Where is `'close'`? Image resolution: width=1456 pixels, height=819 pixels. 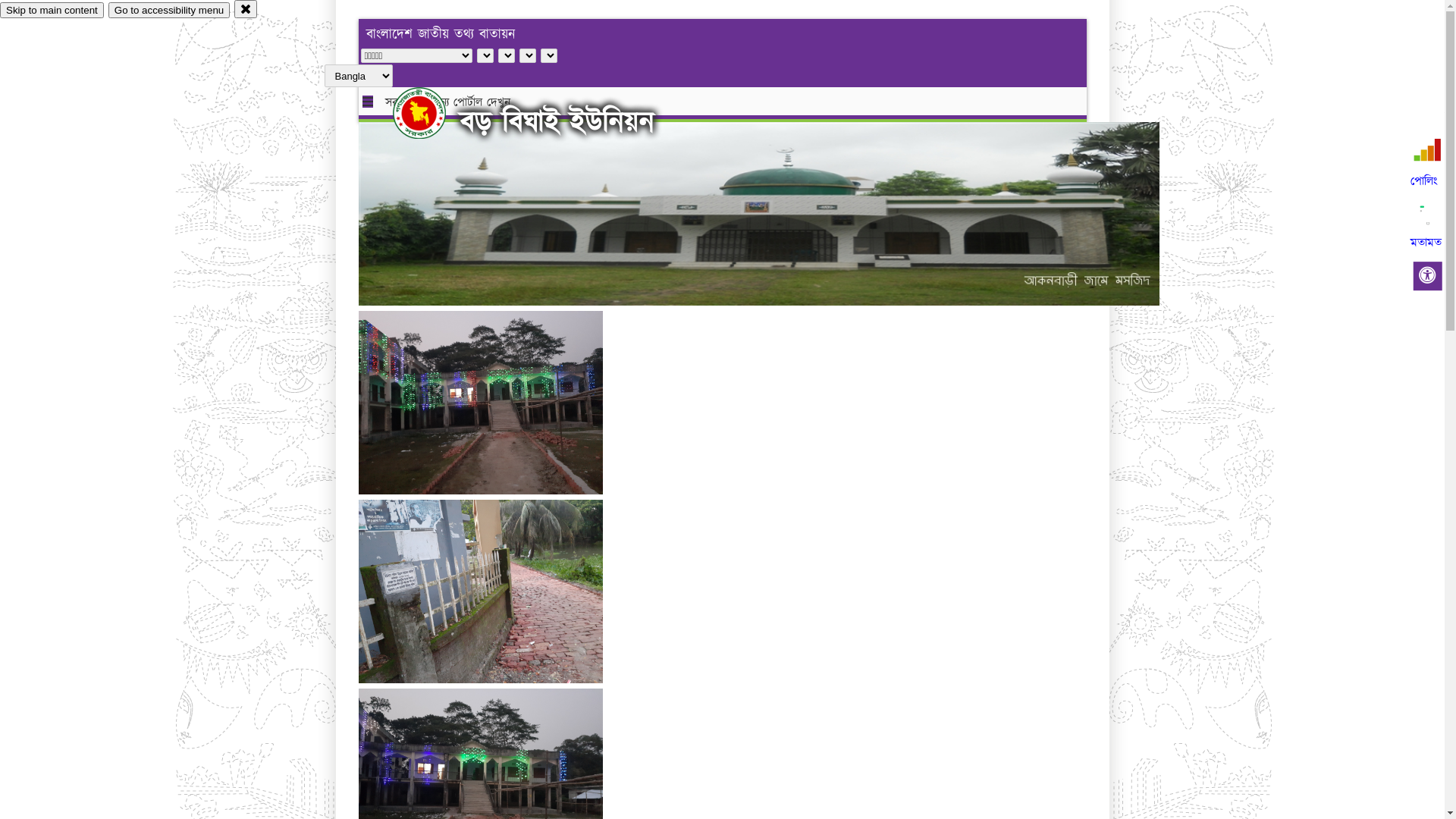
'close' is located at coordinates (233, 8).